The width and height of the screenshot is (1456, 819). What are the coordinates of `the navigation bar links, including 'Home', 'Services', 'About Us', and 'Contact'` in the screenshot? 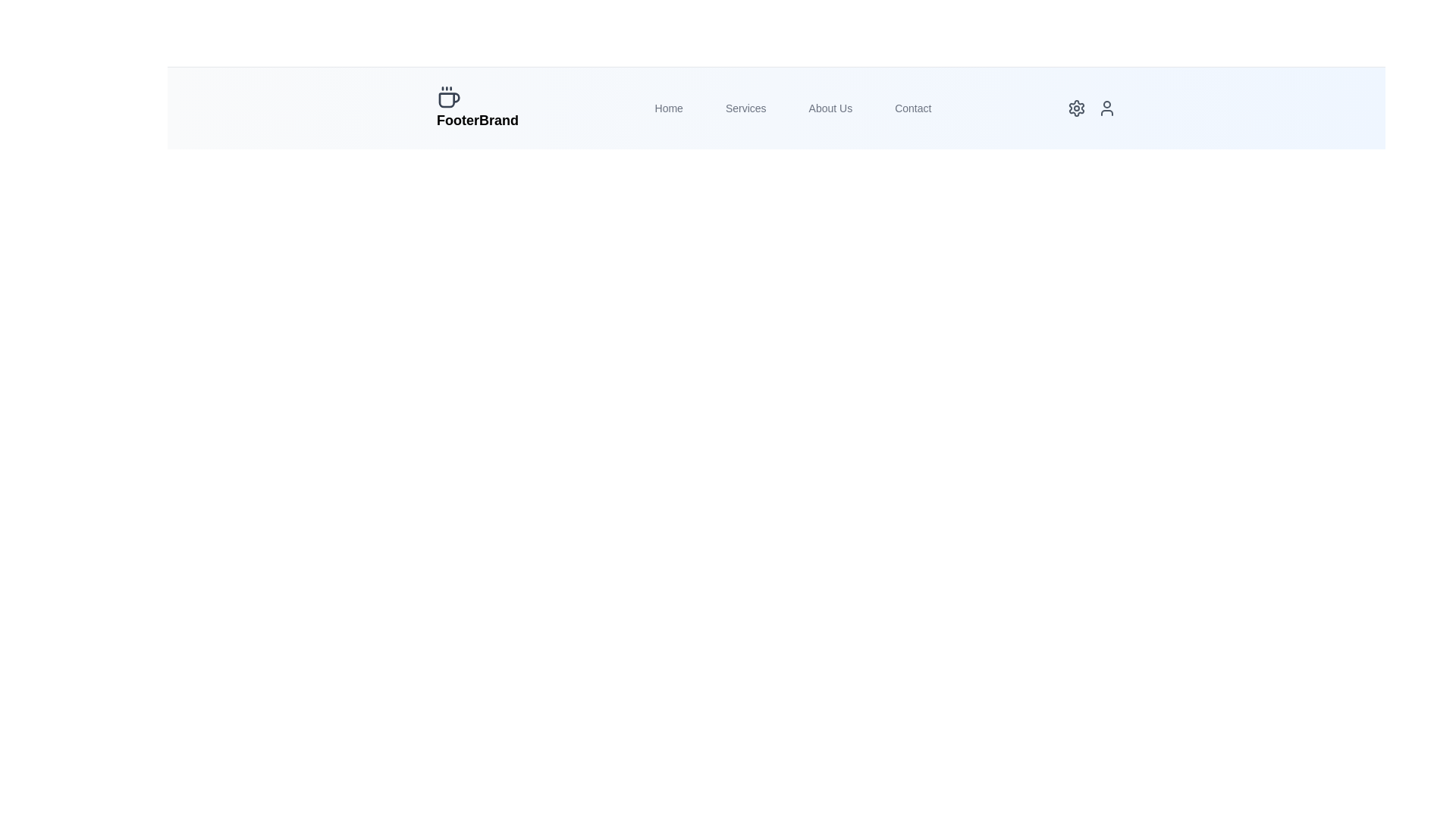 It's located at (776, 107).